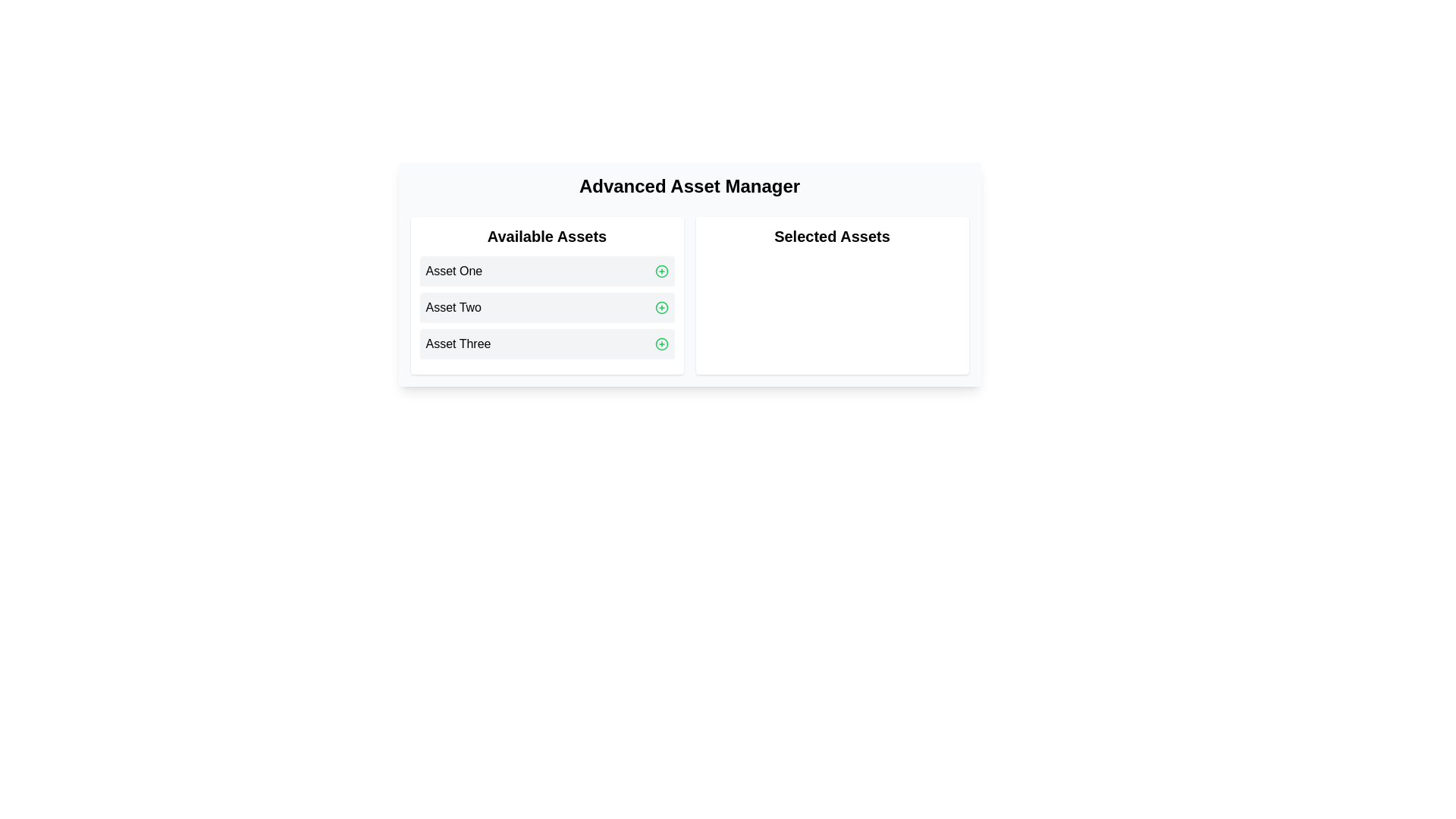  I want to click on the circular green button with a plus sign located to the right of the 'Asset One' label in the 'Available Assets' section, so click(661, 271).